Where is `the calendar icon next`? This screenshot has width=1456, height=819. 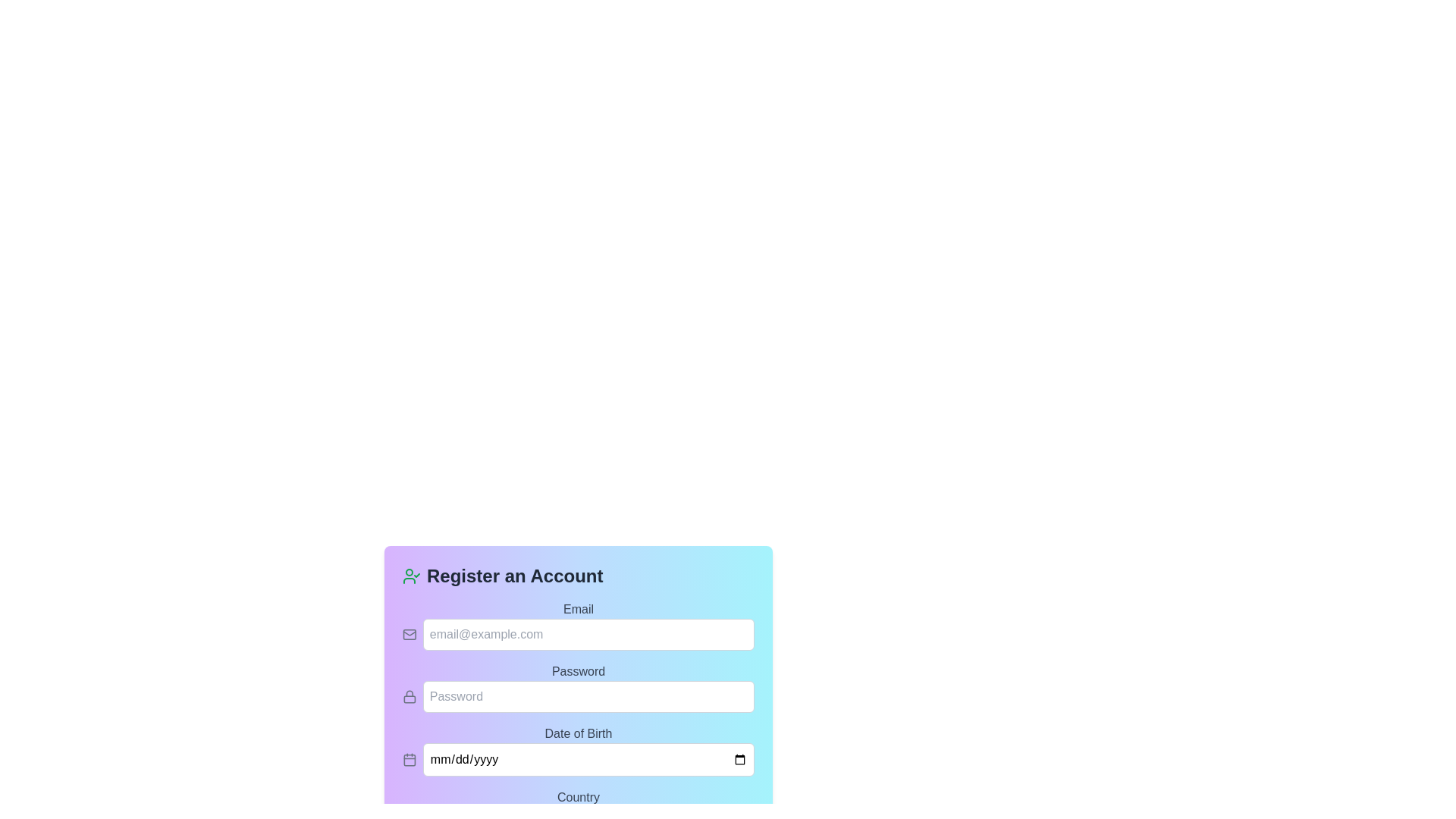
the calendar icon next is located at coordinates (578, 751).